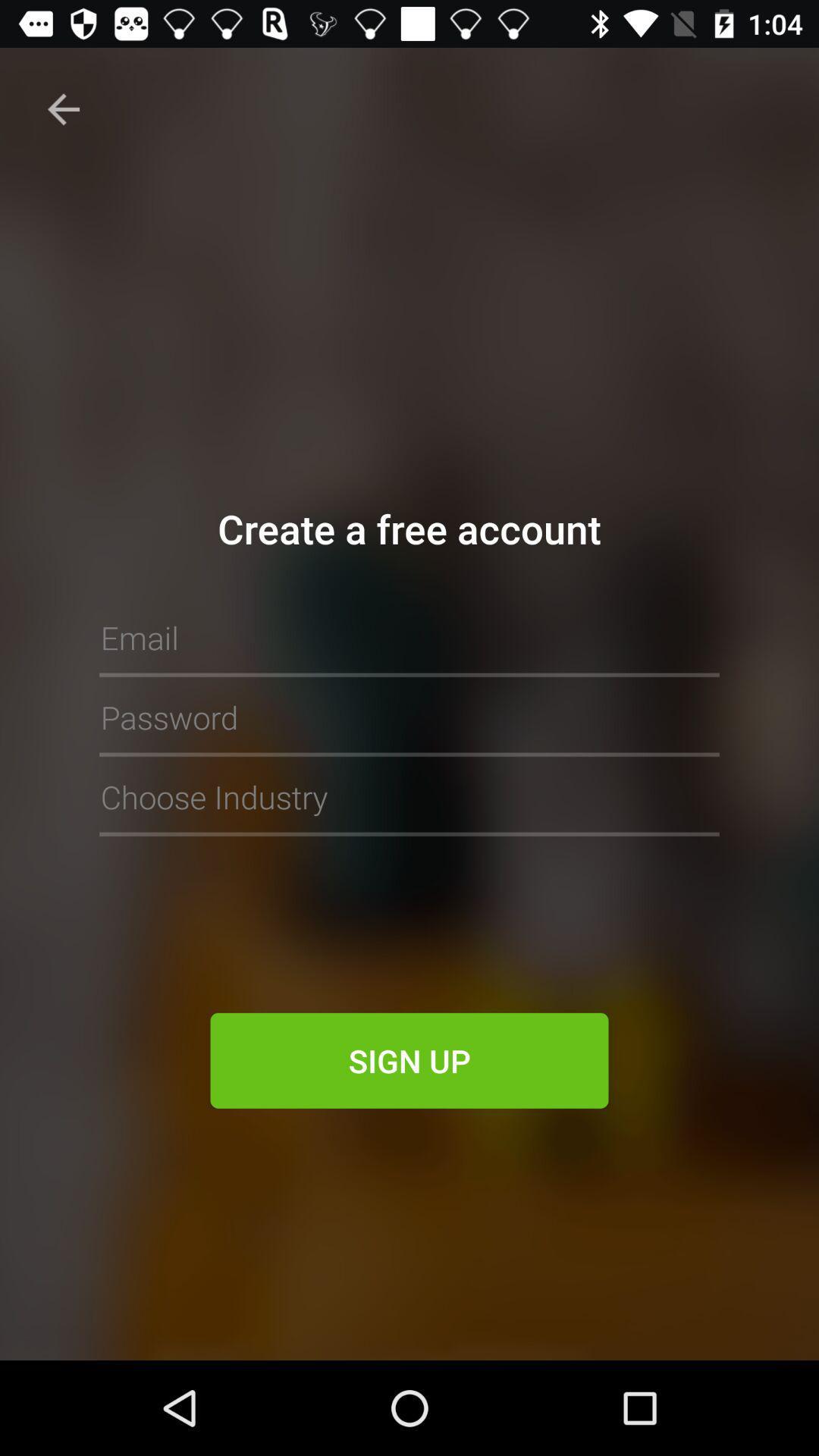  What do you see at coordinates (63, 108) in the screenshot?
I see `the arrow_backward icon` at bounding box center [63, 108].